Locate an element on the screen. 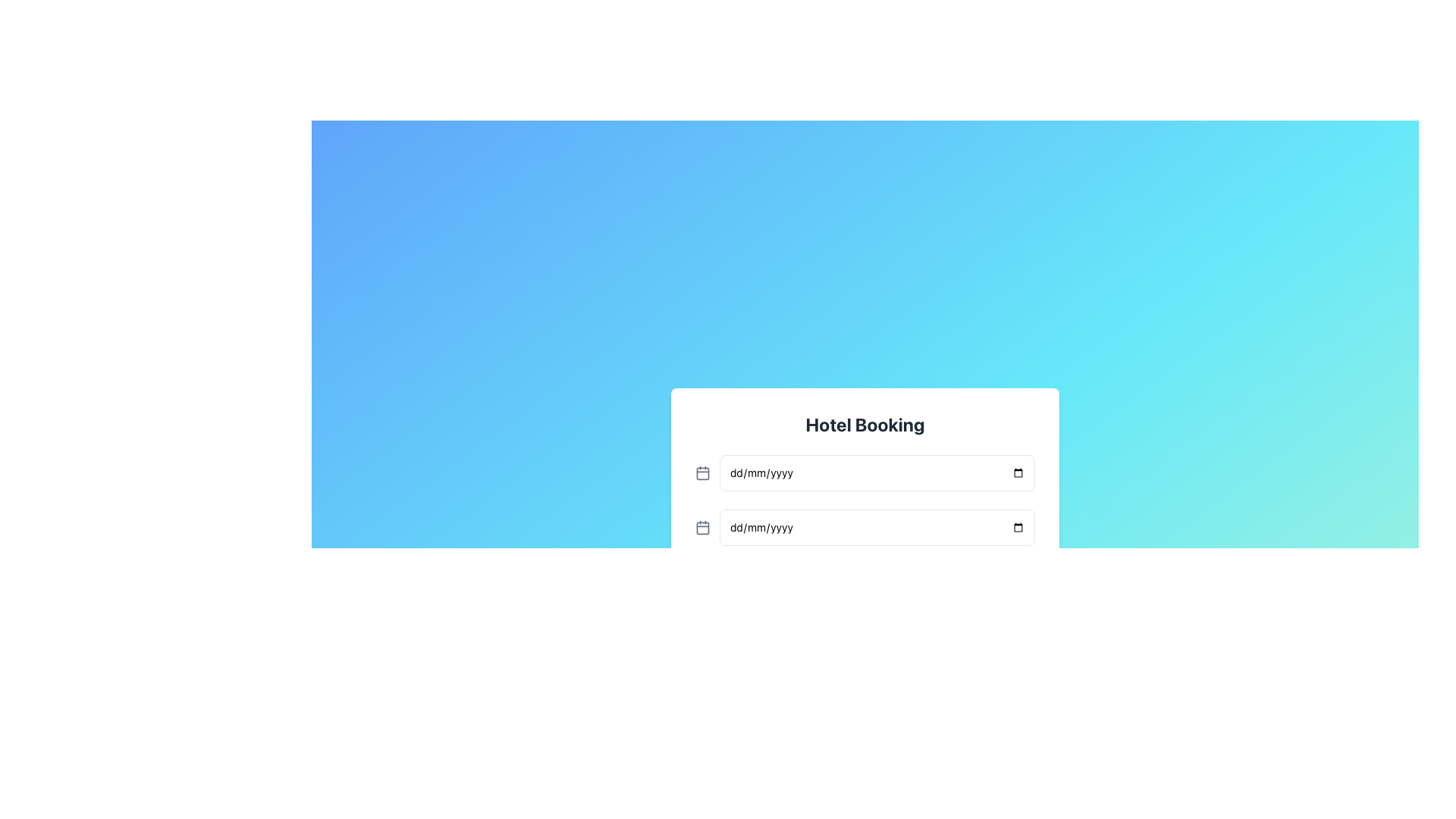  the calendar icon, which is an outlined style icon with a rounded rectangular shape and tick marks, located to the left of the date picker input field is located at coordinates (701, 526).